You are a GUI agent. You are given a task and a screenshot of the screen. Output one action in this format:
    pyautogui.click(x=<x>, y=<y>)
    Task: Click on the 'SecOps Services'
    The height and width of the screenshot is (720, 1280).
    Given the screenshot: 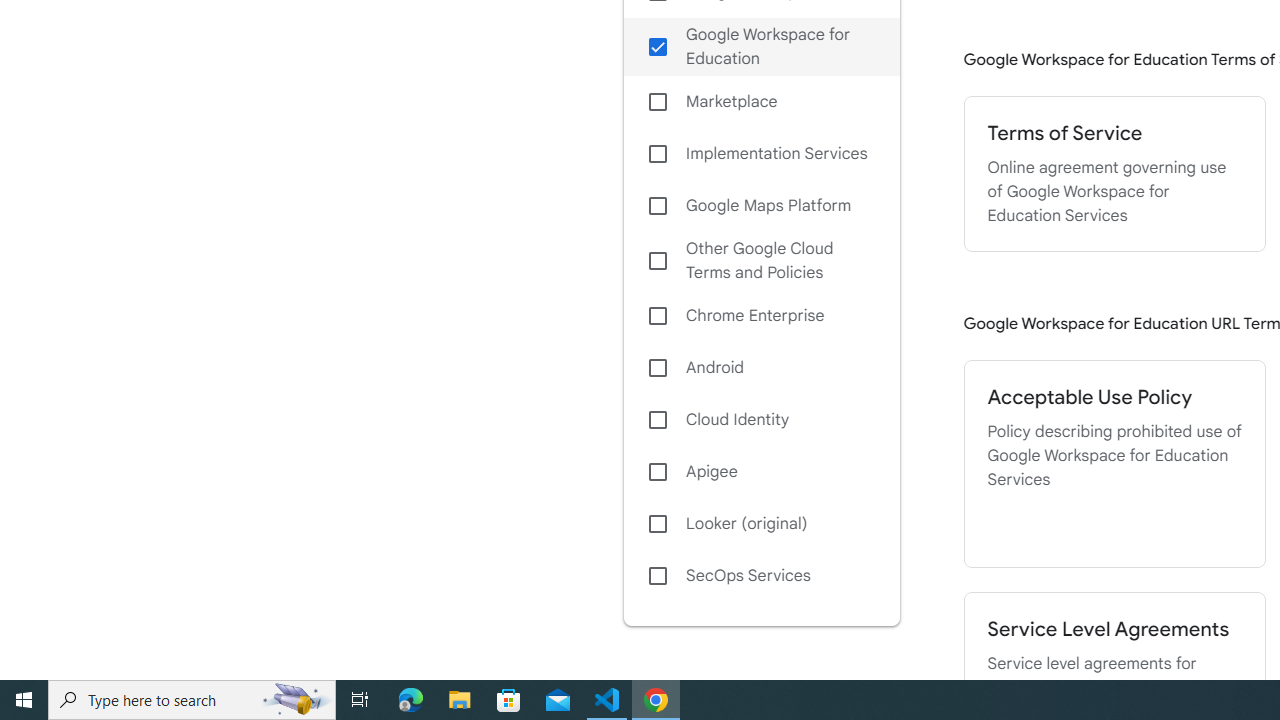 What is the action you would take?
    pyautogui.click(x=760, y=576)
    